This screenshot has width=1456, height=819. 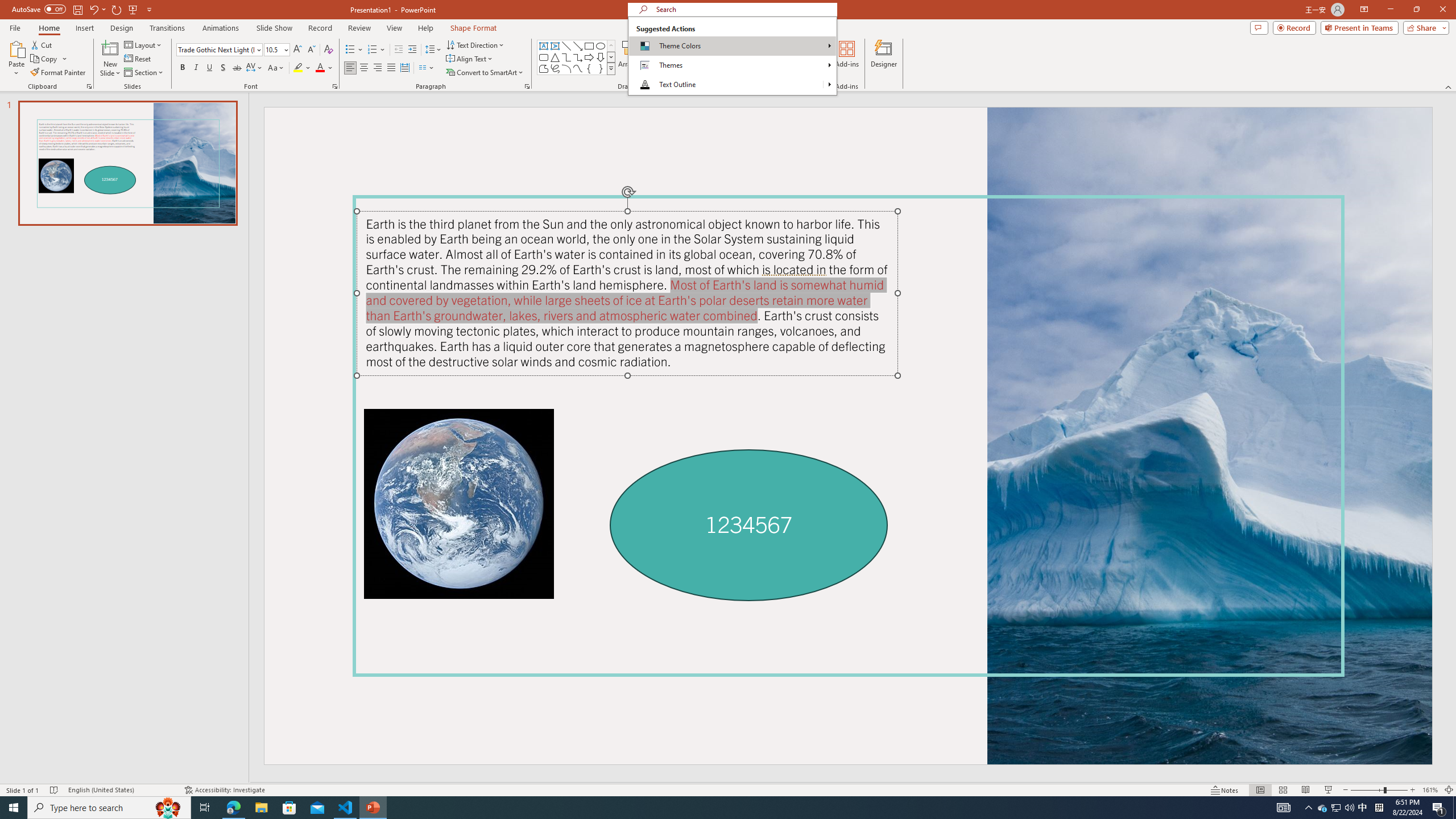 What do you see at coordinates (732, 85) in the screenshot?
I see `'Text Outline'` at bounding box center [732, 85].